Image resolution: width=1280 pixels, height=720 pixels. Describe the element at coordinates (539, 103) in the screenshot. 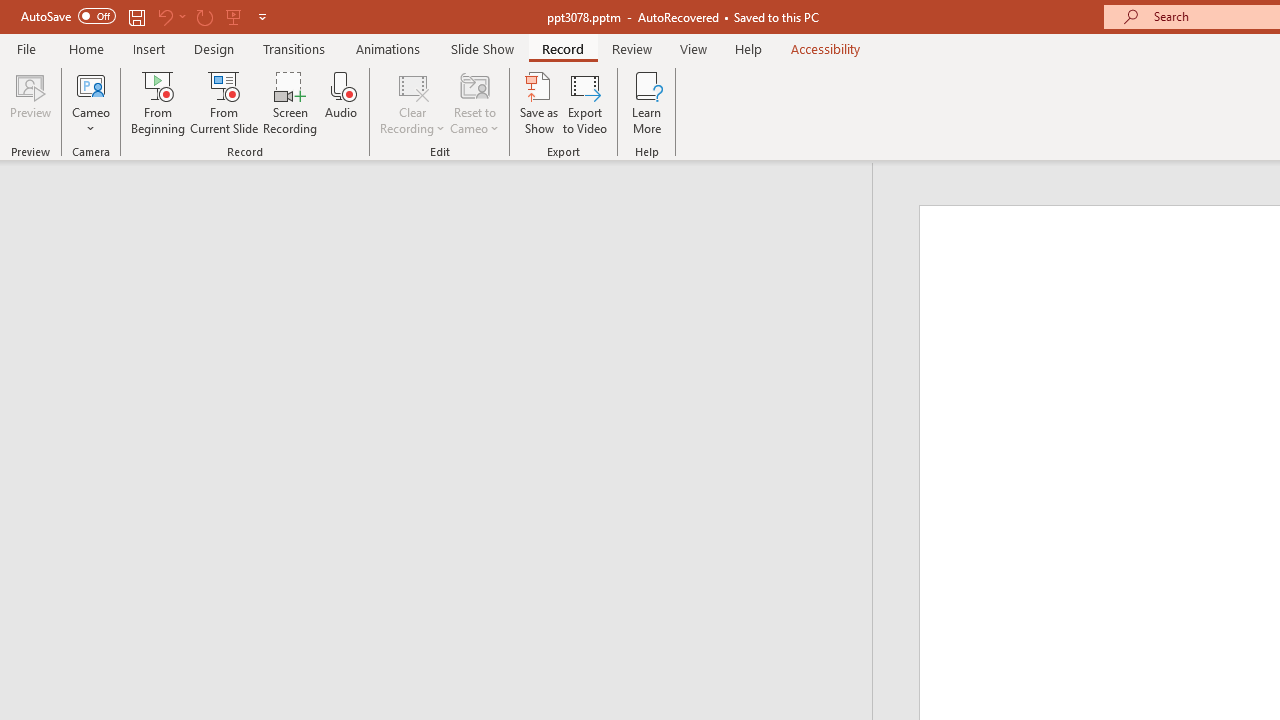

I see `'Save as Show'` at that location.